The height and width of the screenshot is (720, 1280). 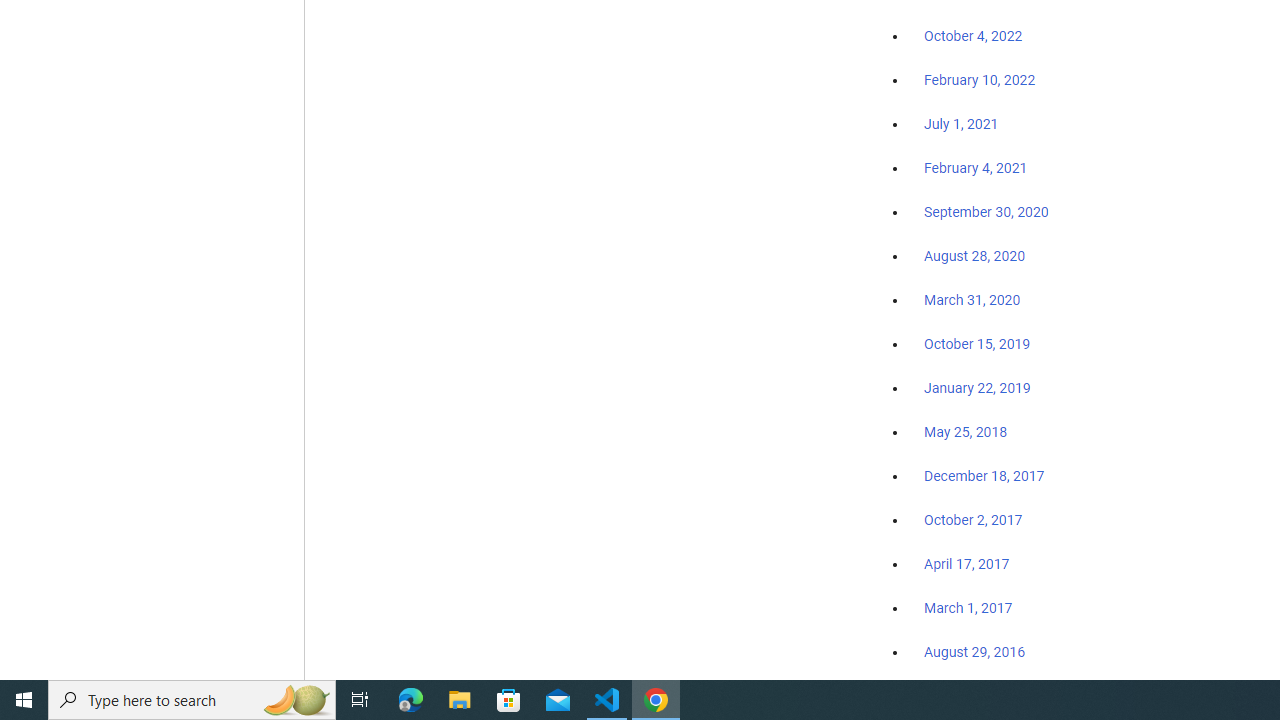 What do you see at coordinates (973, 519) in the screenshot?
I see `'October 2, 2017'` at bounding box center [973, 519].